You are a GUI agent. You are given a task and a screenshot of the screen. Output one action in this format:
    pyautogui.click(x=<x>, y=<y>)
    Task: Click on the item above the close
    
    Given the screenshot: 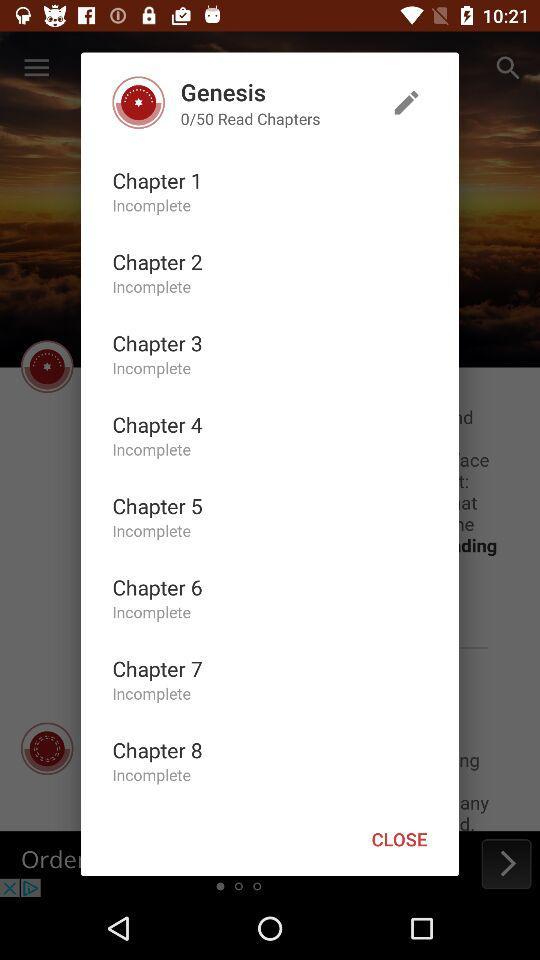 What is the action you would take?
    pyautogui.click(x=405, y=102)
    